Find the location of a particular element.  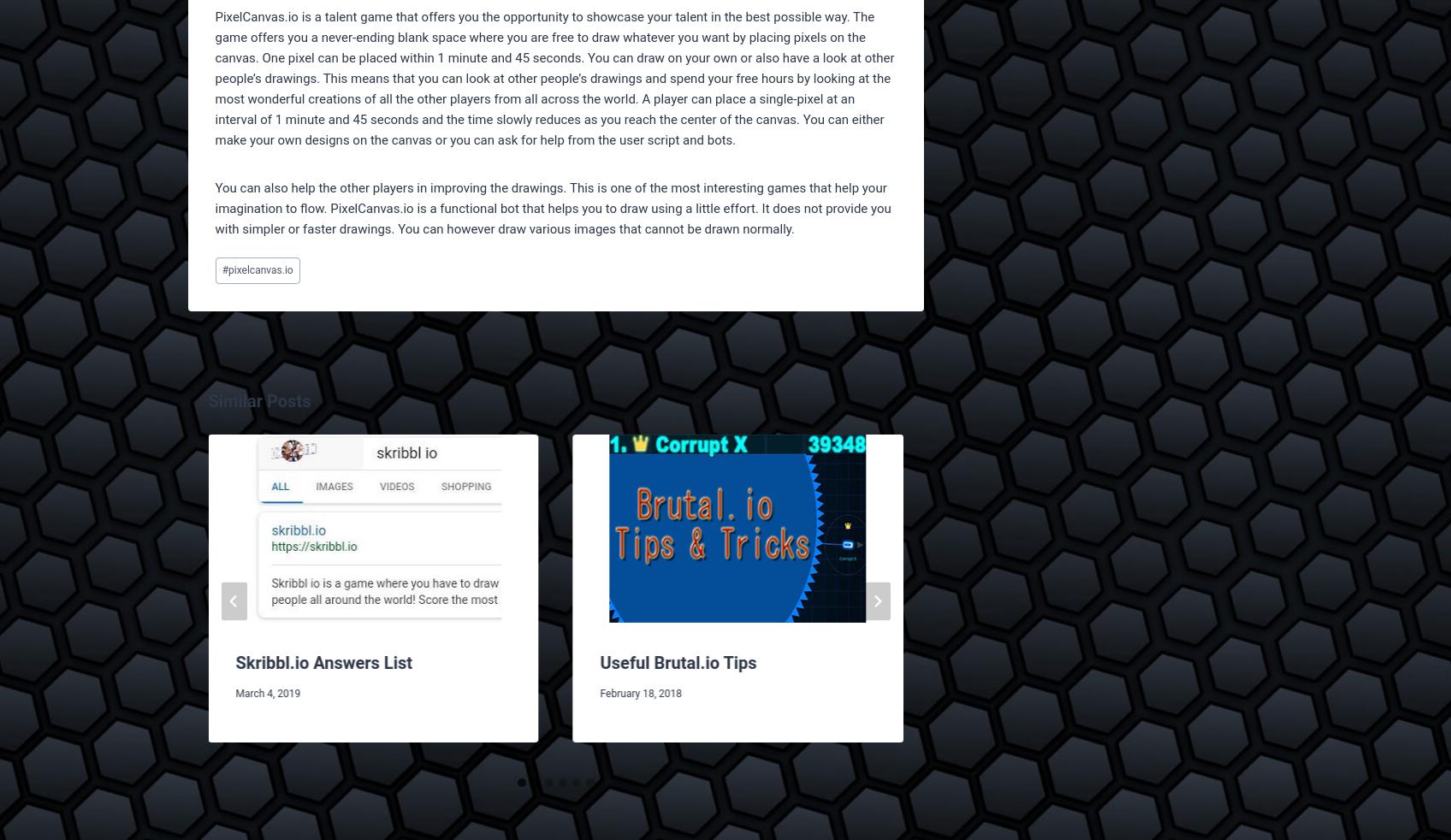

'You can also help the other players in improving the drawings. This is one of the most interesting games that help your imagination to flow. PixelCanvas.io is a functional bot that helps you to draw using a little effort. It does not provide you with simpler or faster drawings. You can however draw various images that cannot be drawn normally.' is located at coordinates (552, 208).